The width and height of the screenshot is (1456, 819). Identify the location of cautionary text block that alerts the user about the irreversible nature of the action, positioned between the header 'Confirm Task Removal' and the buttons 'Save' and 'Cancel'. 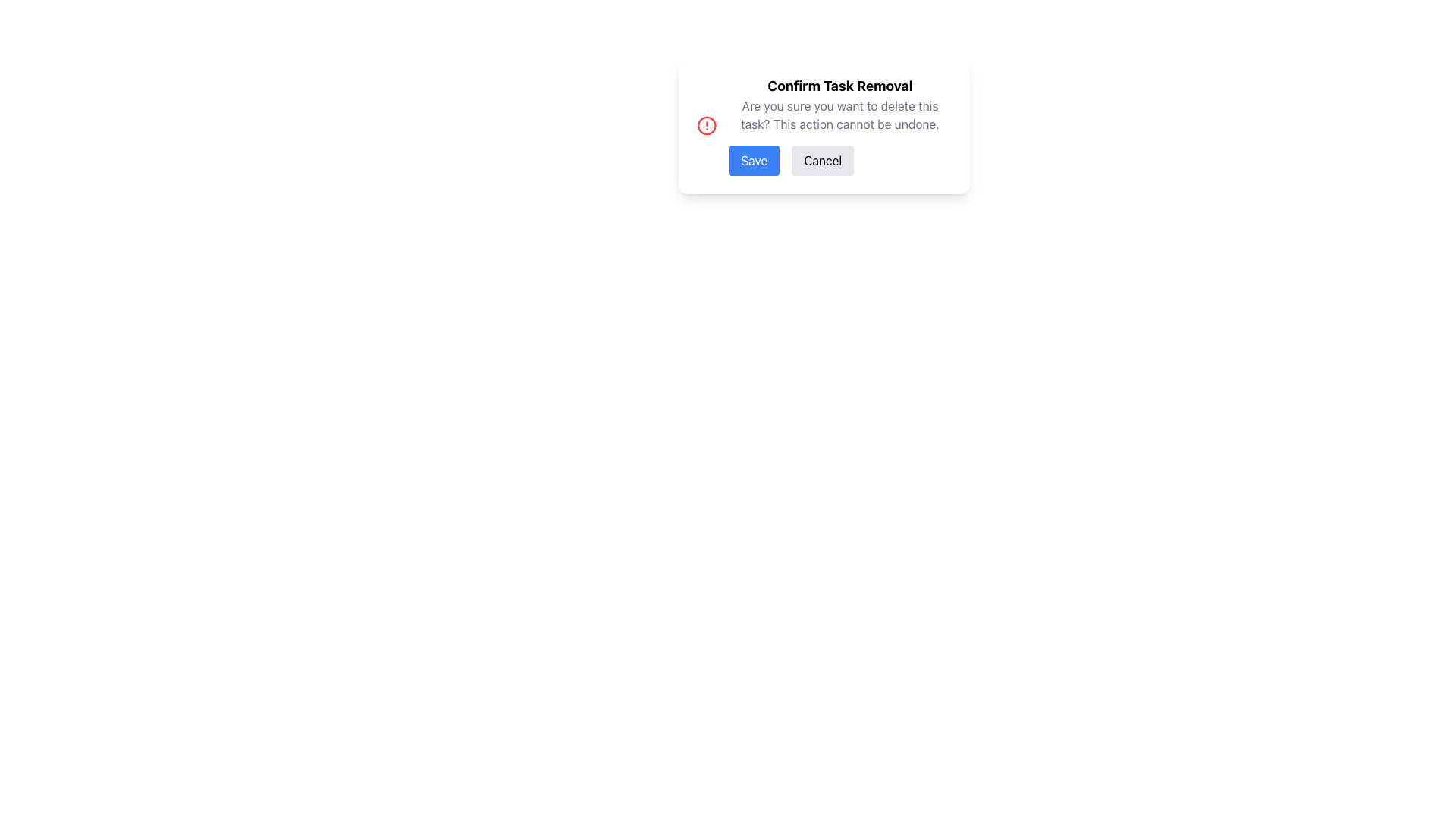
(839, 114).